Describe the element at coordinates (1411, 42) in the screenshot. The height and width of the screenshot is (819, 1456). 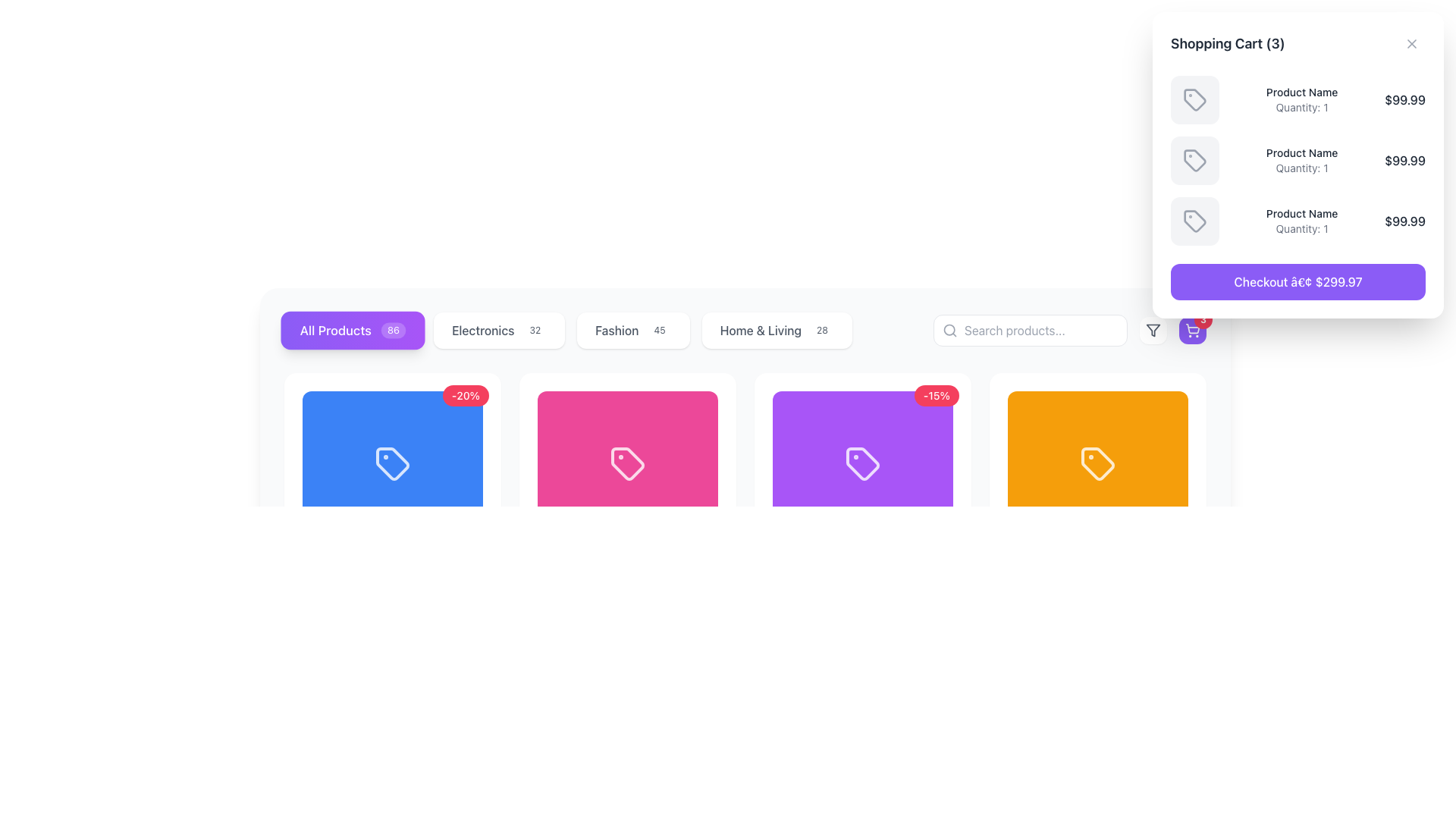
I see `the close icon button located at the top-right corner of the shopping cart dropdown interface to observe its color-change effect` at that location.